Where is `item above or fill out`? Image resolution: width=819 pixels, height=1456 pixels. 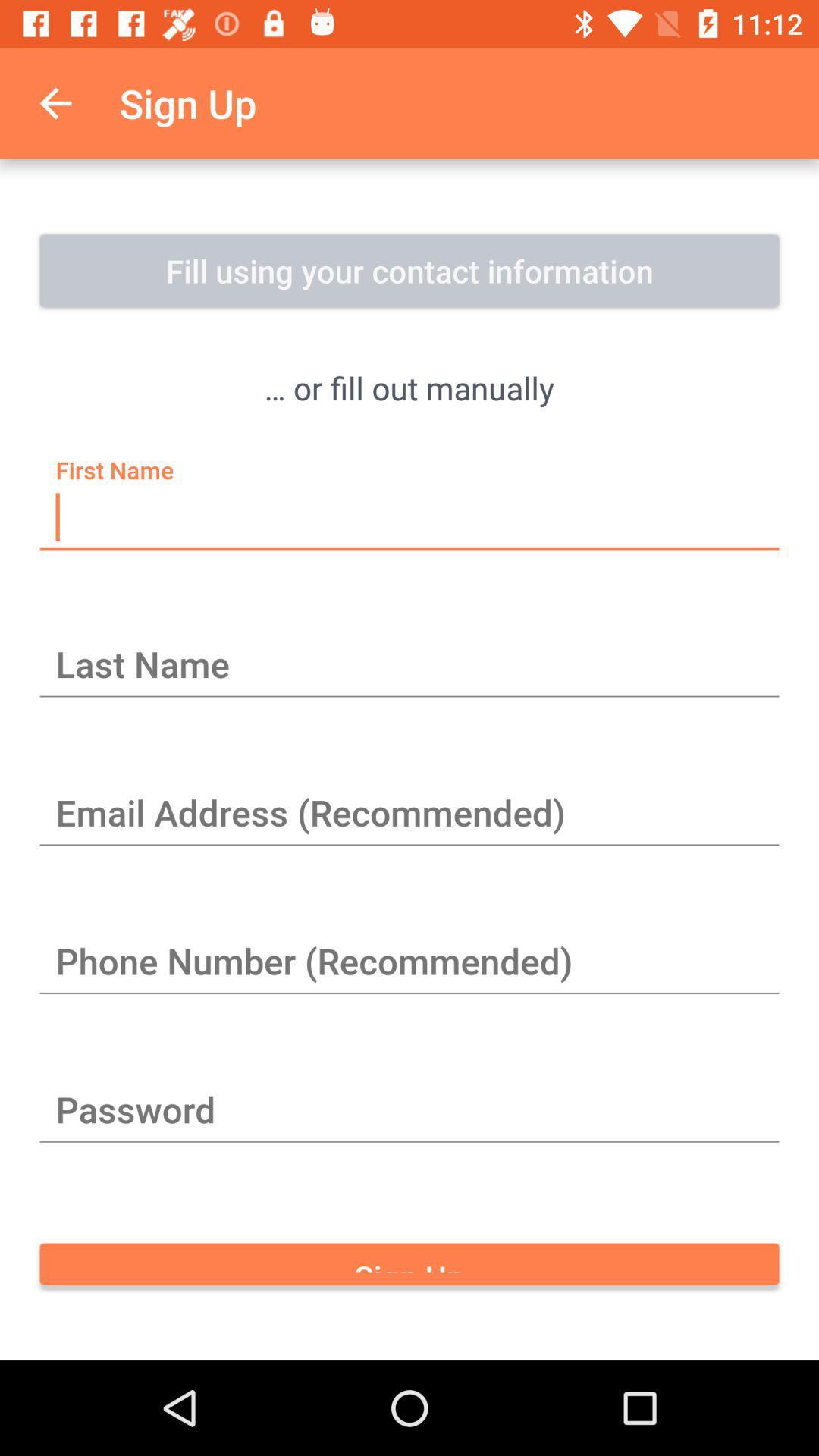
item above or fill out is located at coordinates (409, 270).